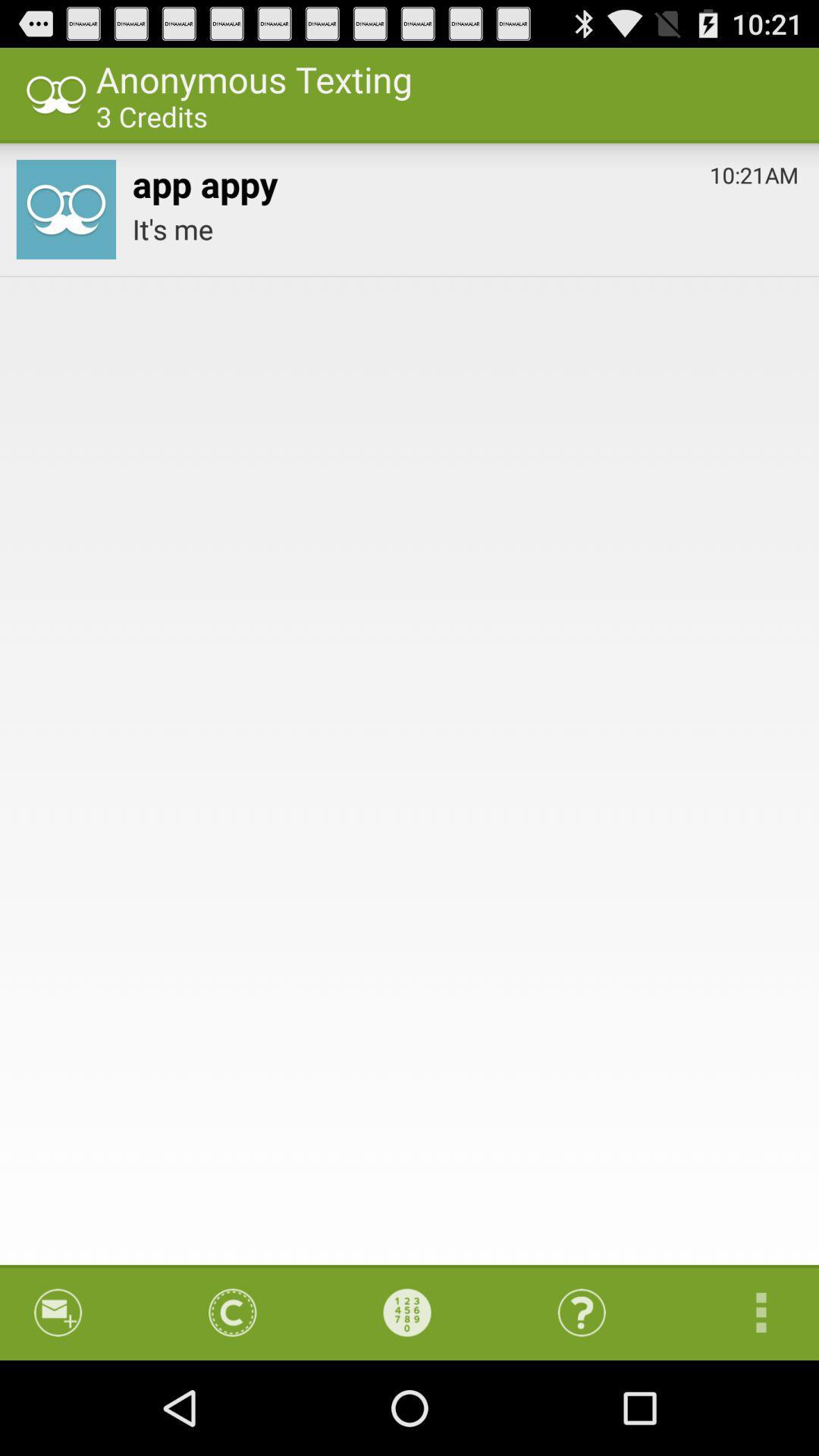 The width and height of the screenshot is (819, 1456). What do you see at coordinates (406, 1312) in the screenshot?
I see `the app below it's me item` at bounding box center [406, 1312].